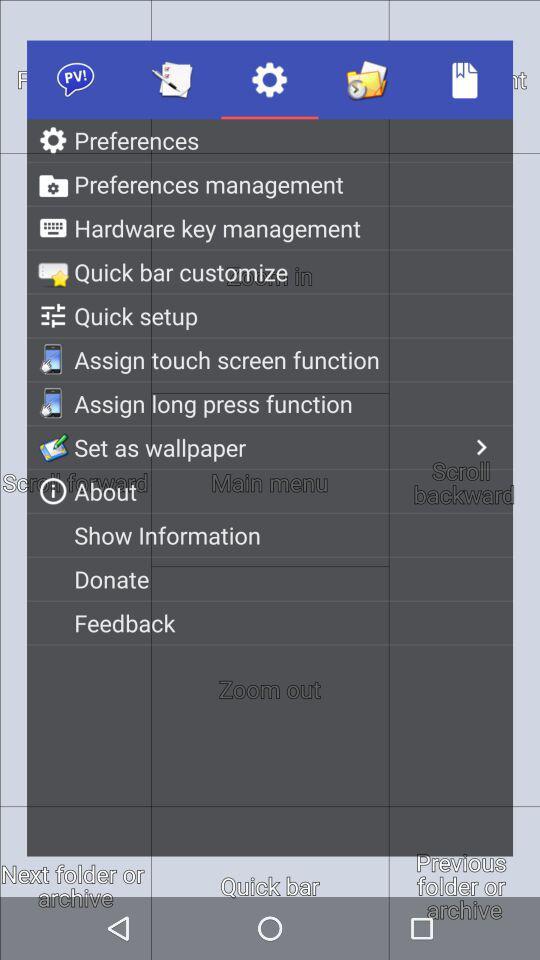 This screenshot has width=540, height=960. What do you see at coordinates (480, 447) in the screenshot?
I see `icon on the right side of set as wallpaper` at bounding box center [480, 447].